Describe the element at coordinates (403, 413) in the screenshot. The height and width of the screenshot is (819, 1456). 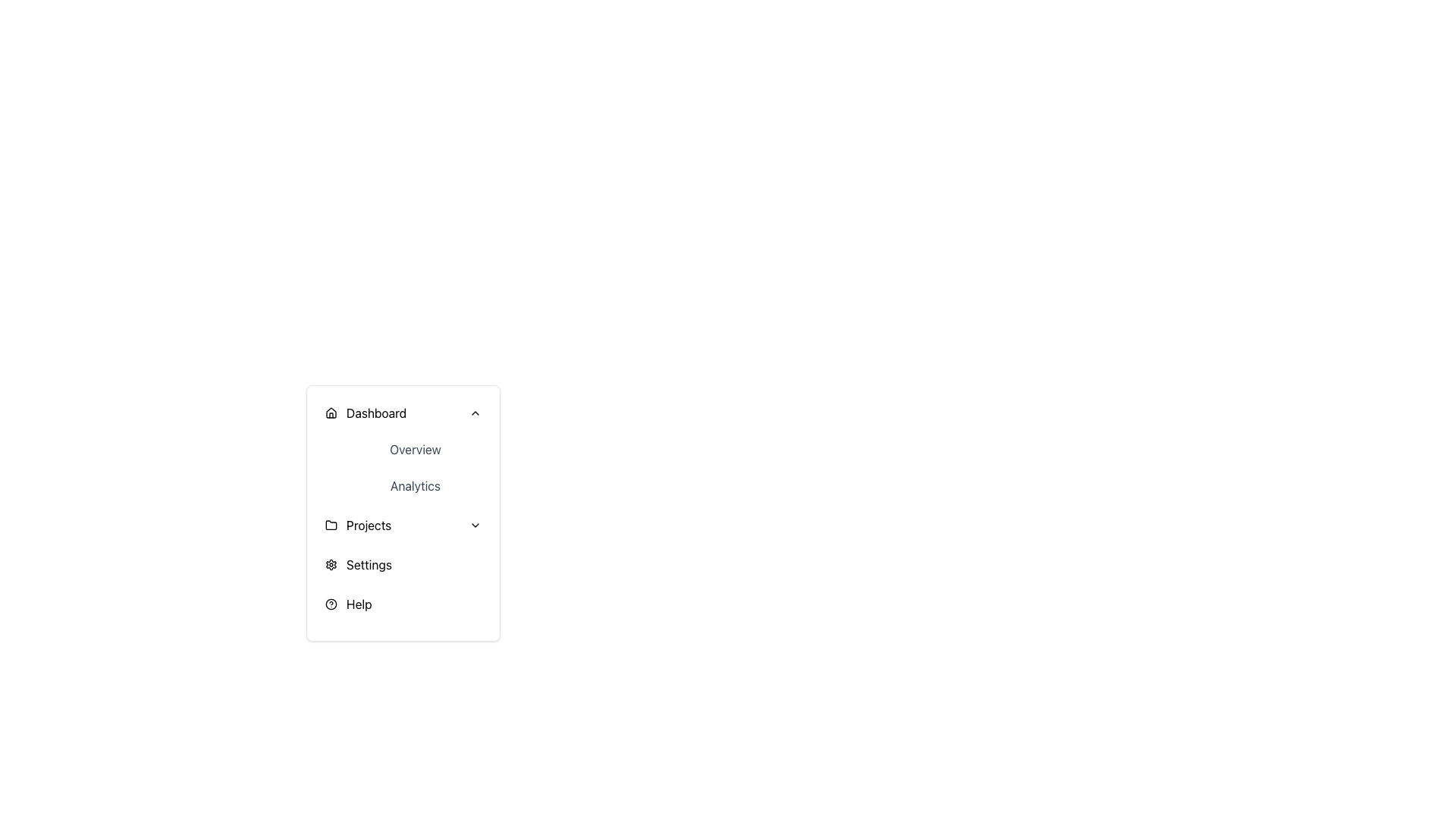
I see `the navigation button at the top of the left menu` at that location.